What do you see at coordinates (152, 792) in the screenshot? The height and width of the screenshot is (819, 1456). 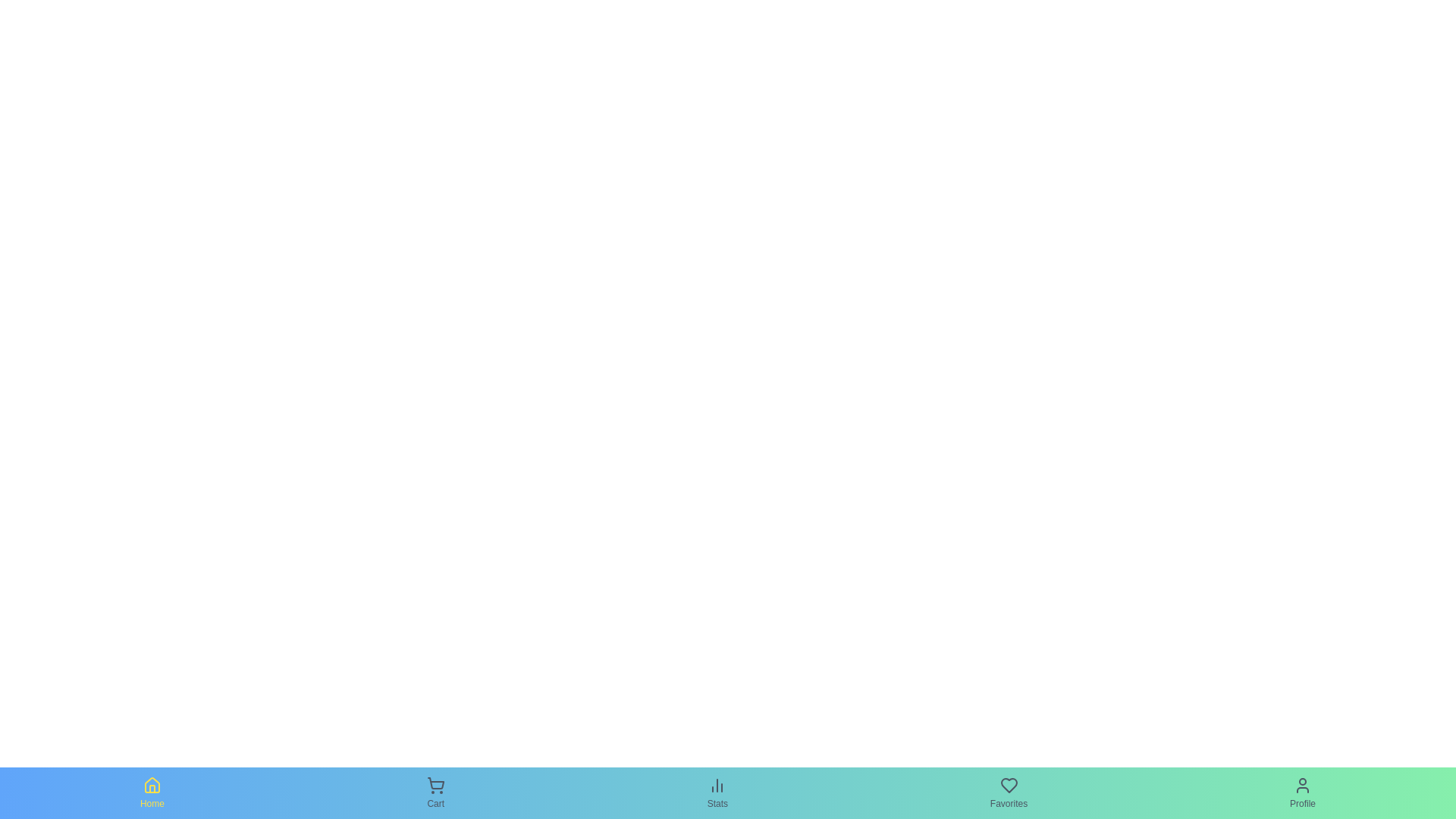 I see `the Home tab to observe its hover effect` at bounding box center [152, 792].